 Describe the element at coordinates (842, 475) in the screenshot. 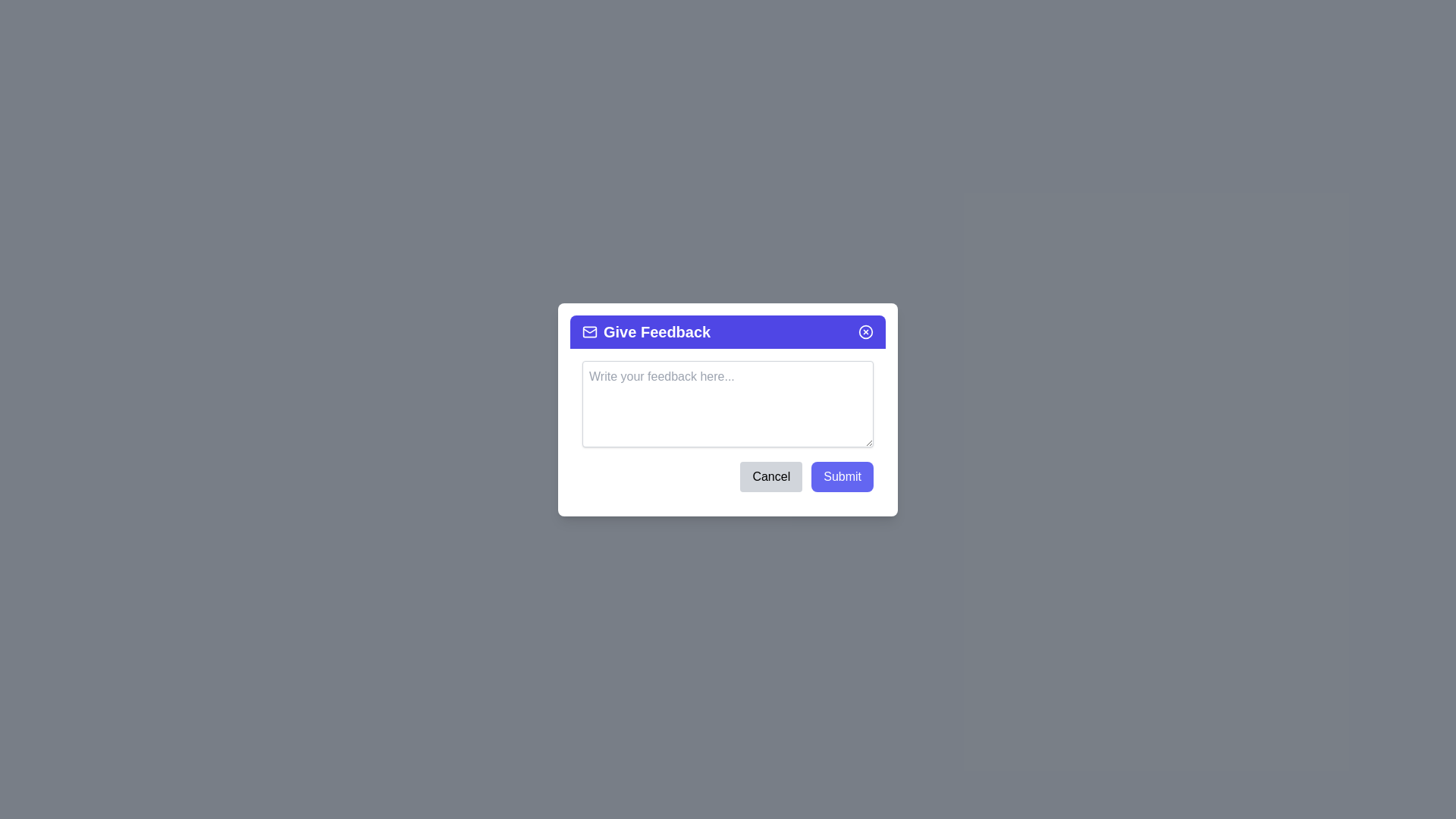

I see `the Submit button to submit the feedback form` at that location.